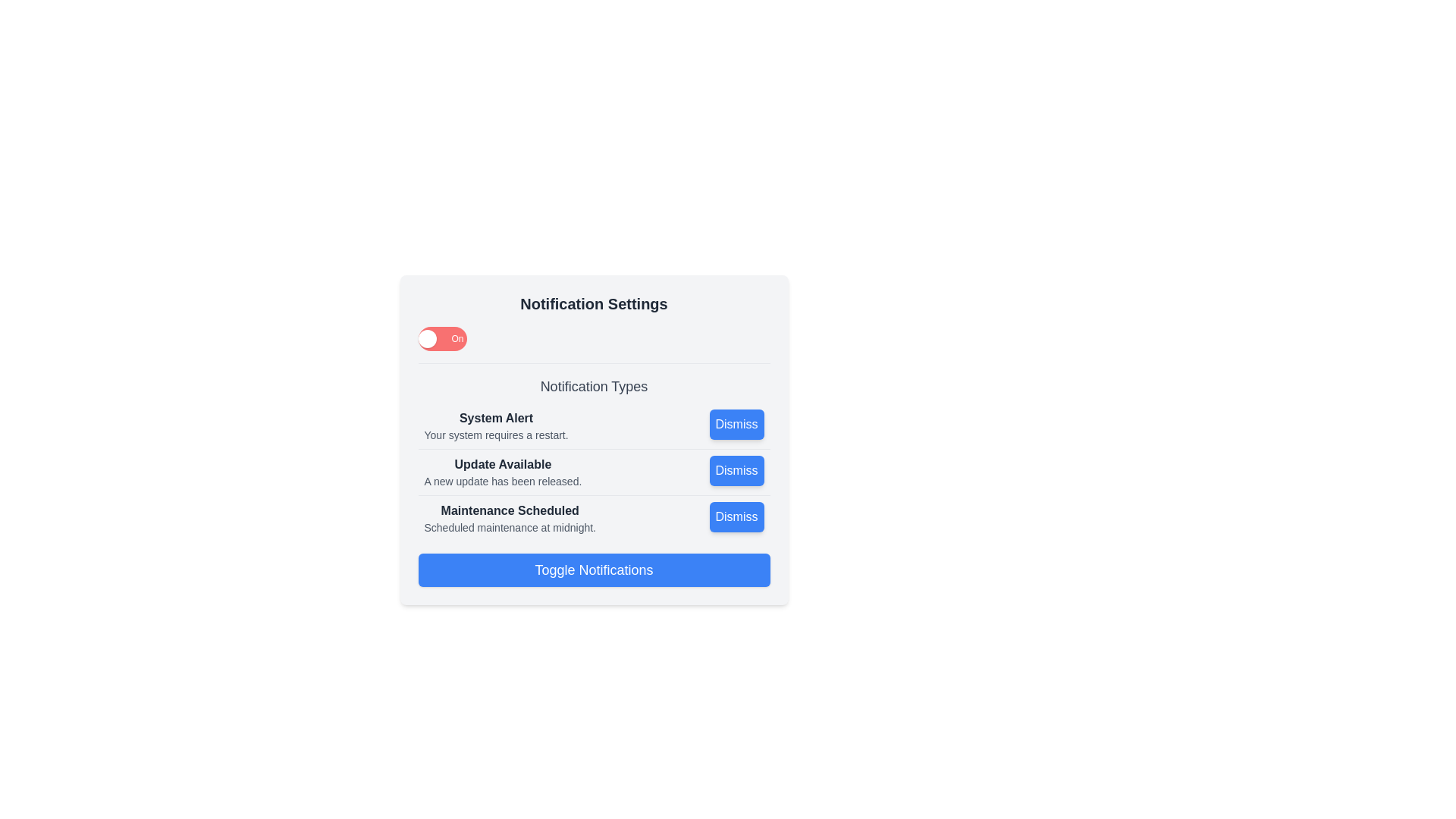 This screenshot has width=1456, height=819. Describe the element at coordinates (593, 304) in the screenshot. I see `the title text element at the top of the settings panel, which indicates the panel's purpose, located above the toggle button with 'Off' and 'On' labels` at that location.